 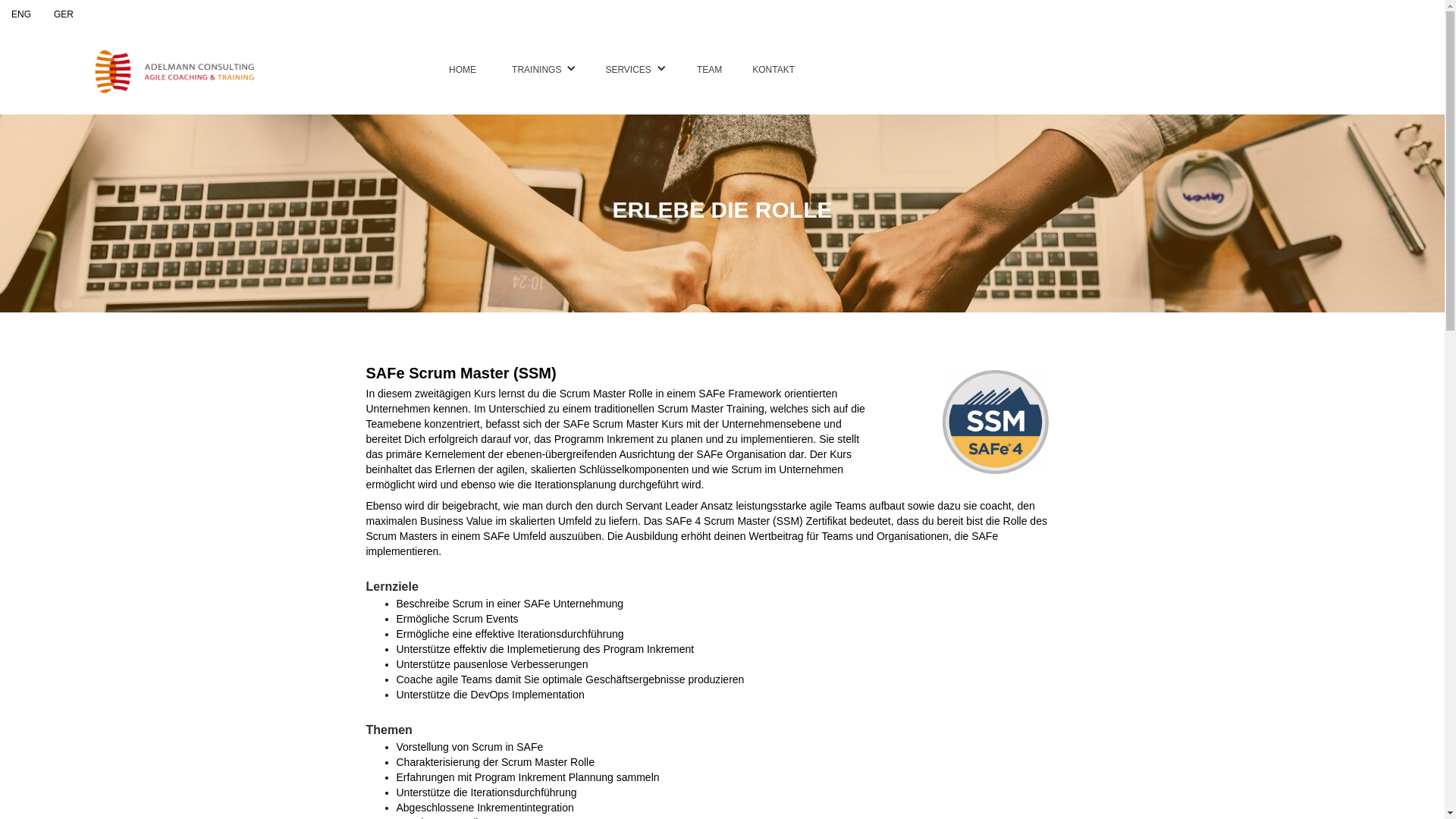 I want to click on 'ENG', so click(x=21, y=14).